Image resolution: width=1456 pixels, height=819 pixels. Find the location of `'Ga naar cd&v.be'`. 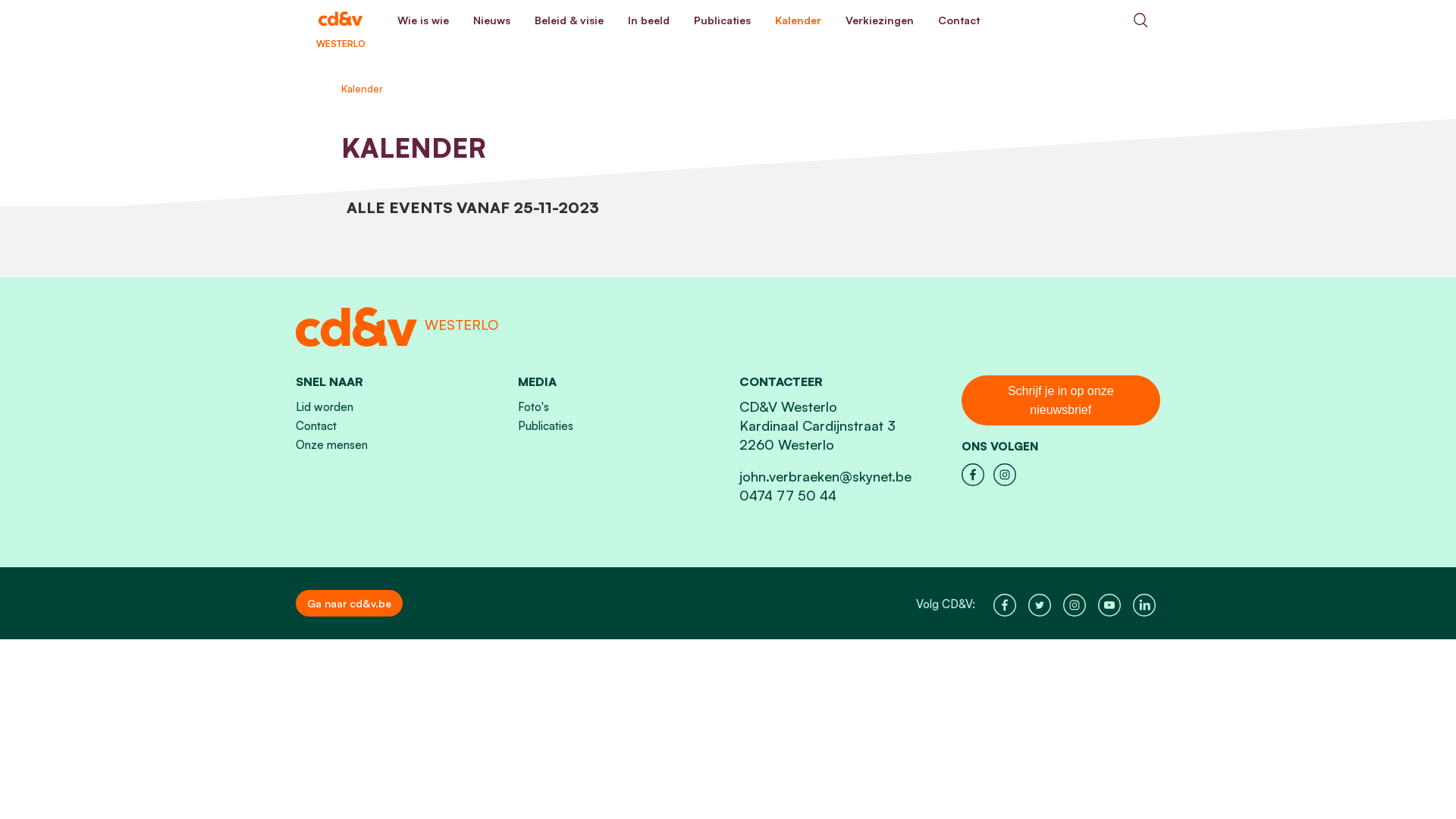

'Ga naar cd&v.be' is located at coordinates (348, 602).